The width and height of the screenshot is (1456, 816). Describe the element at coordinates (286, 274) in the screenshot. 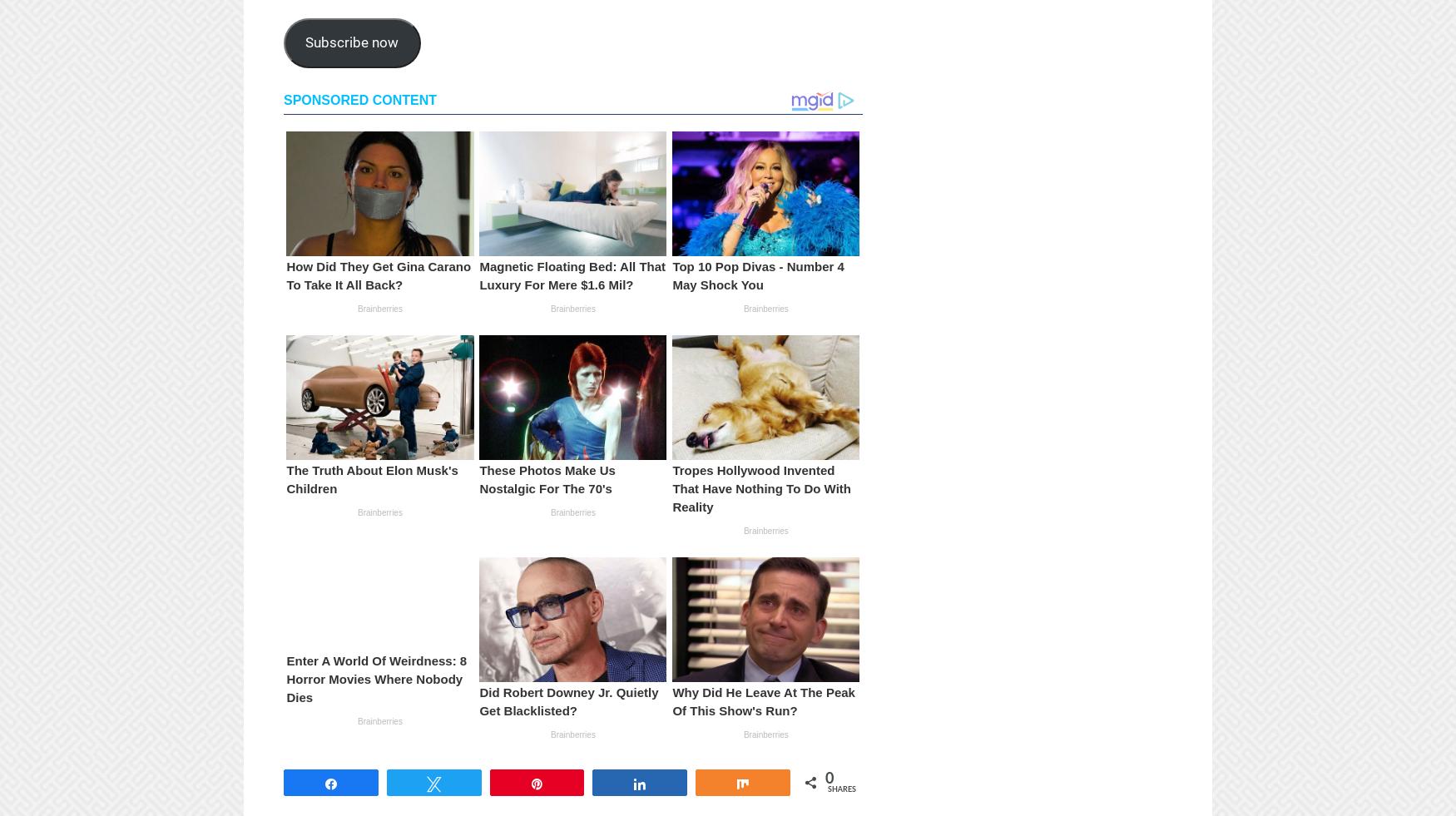

I see `'How Did They Get Gina Carano To Take It All Back?'` at that location.